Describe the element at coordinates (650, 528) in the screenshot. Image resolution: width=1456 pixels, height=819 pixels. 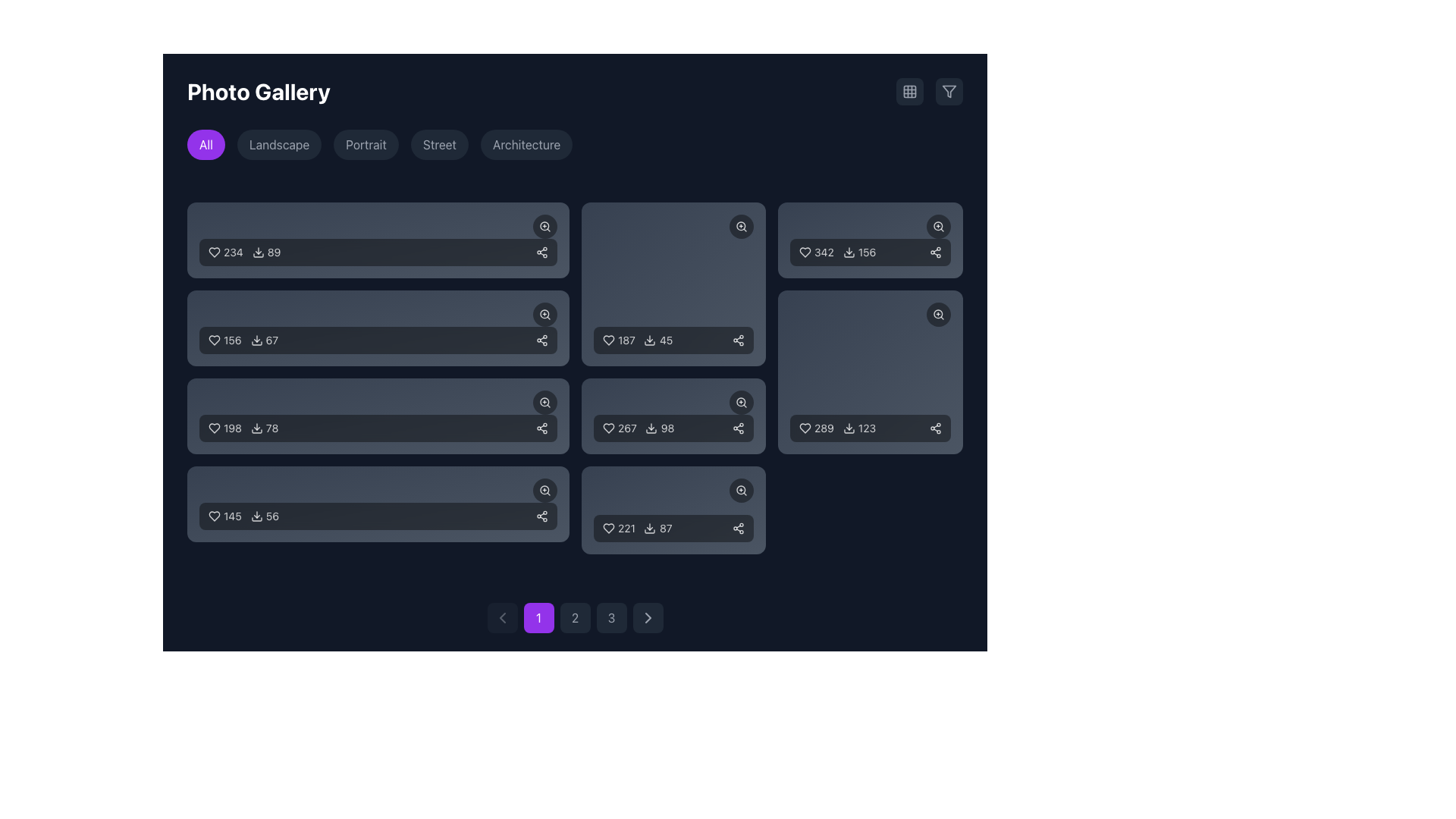
I see `the download icon, which has a white outline on a dark background, located at the bottom-left of a grid cell in the 'Photo Gallery' layout to initiate the download` at that location.